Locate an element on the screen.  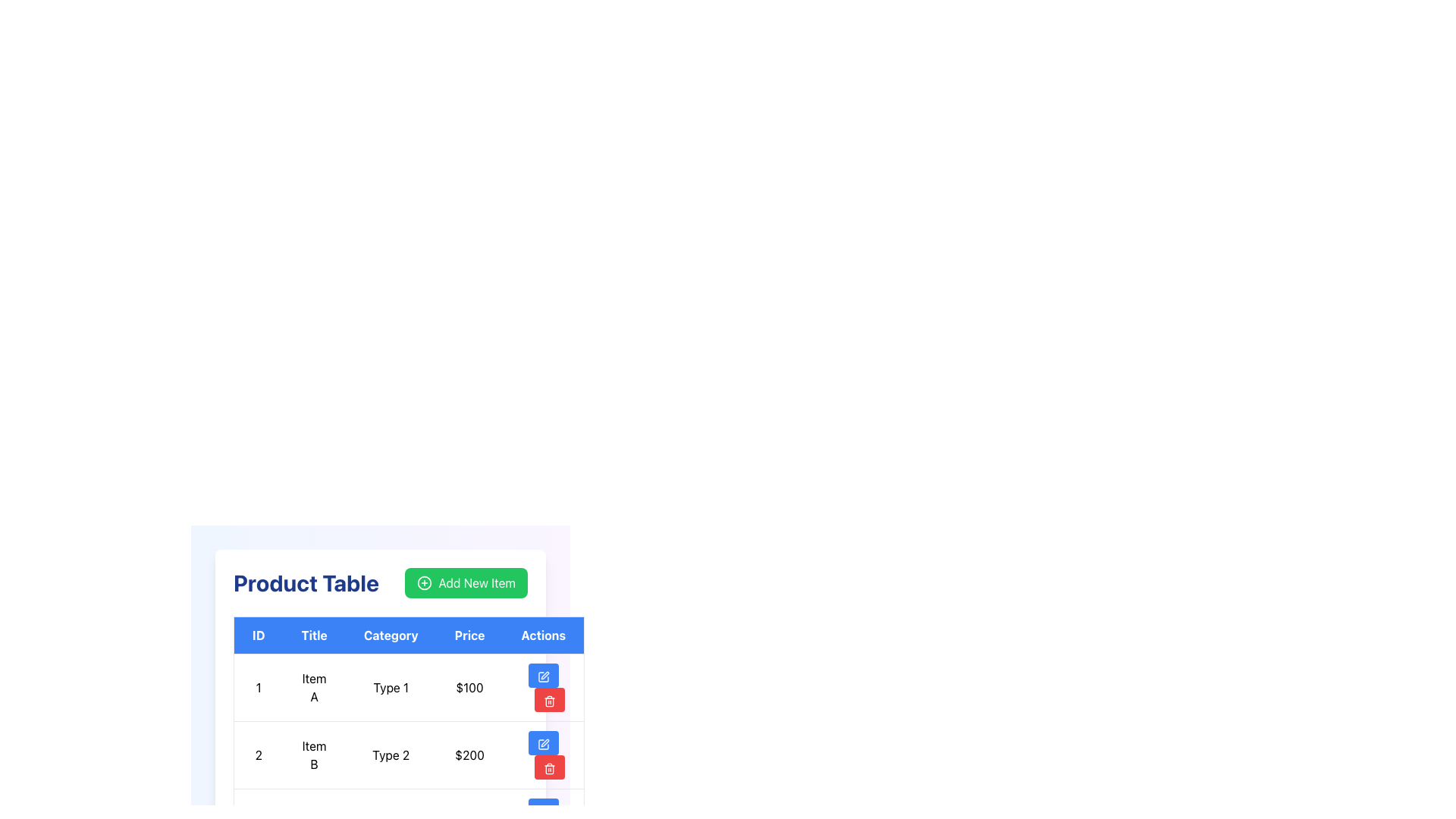
the table cell containing the text 'Item A' in the second column of the first row under the 'Title' column is located at coordinates (312, 687).